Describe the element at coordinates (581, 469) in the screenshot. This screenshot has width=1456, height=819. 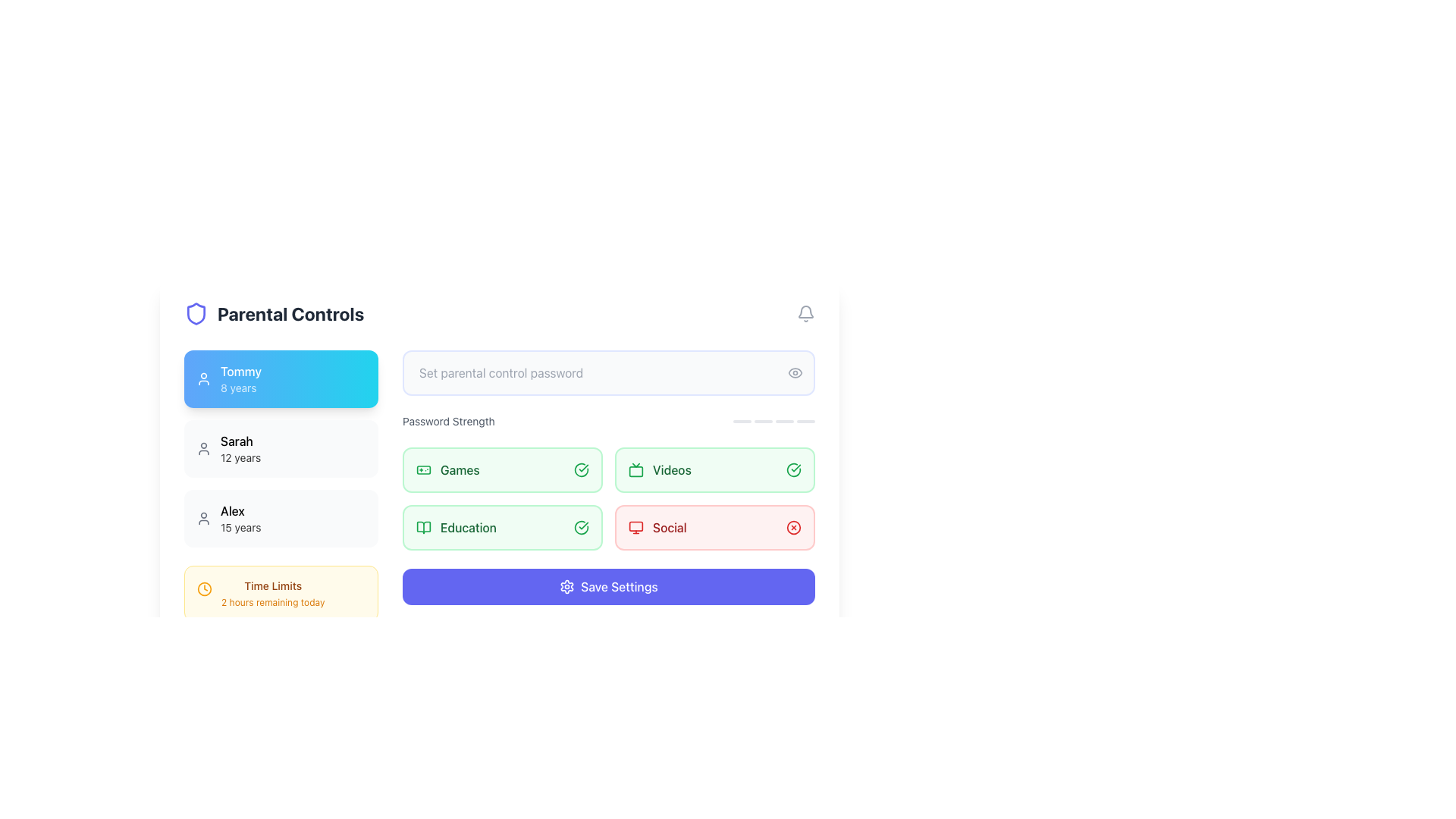
I see `the outer circular component of the SVG icon indicating a 'check' or 'successful' status for the 'Games' section, located to the right of the 'Games' label in the 'Password Strength' section` at that location.